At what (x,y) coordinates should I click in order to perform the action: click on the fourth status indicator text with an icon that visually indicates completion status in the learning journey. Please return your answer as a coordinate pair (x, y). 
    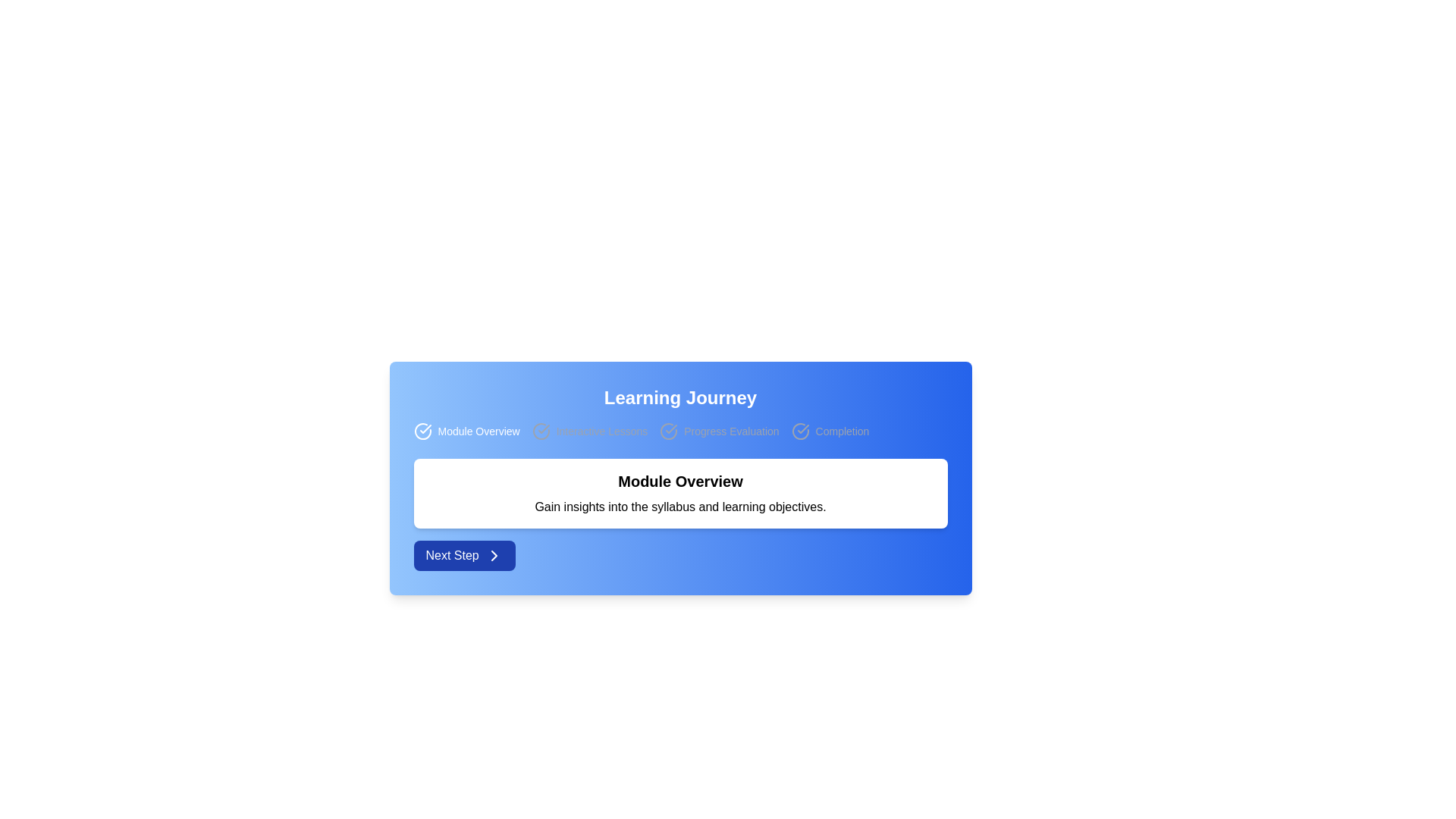
    Looking at the image, I should click on (829, 431).